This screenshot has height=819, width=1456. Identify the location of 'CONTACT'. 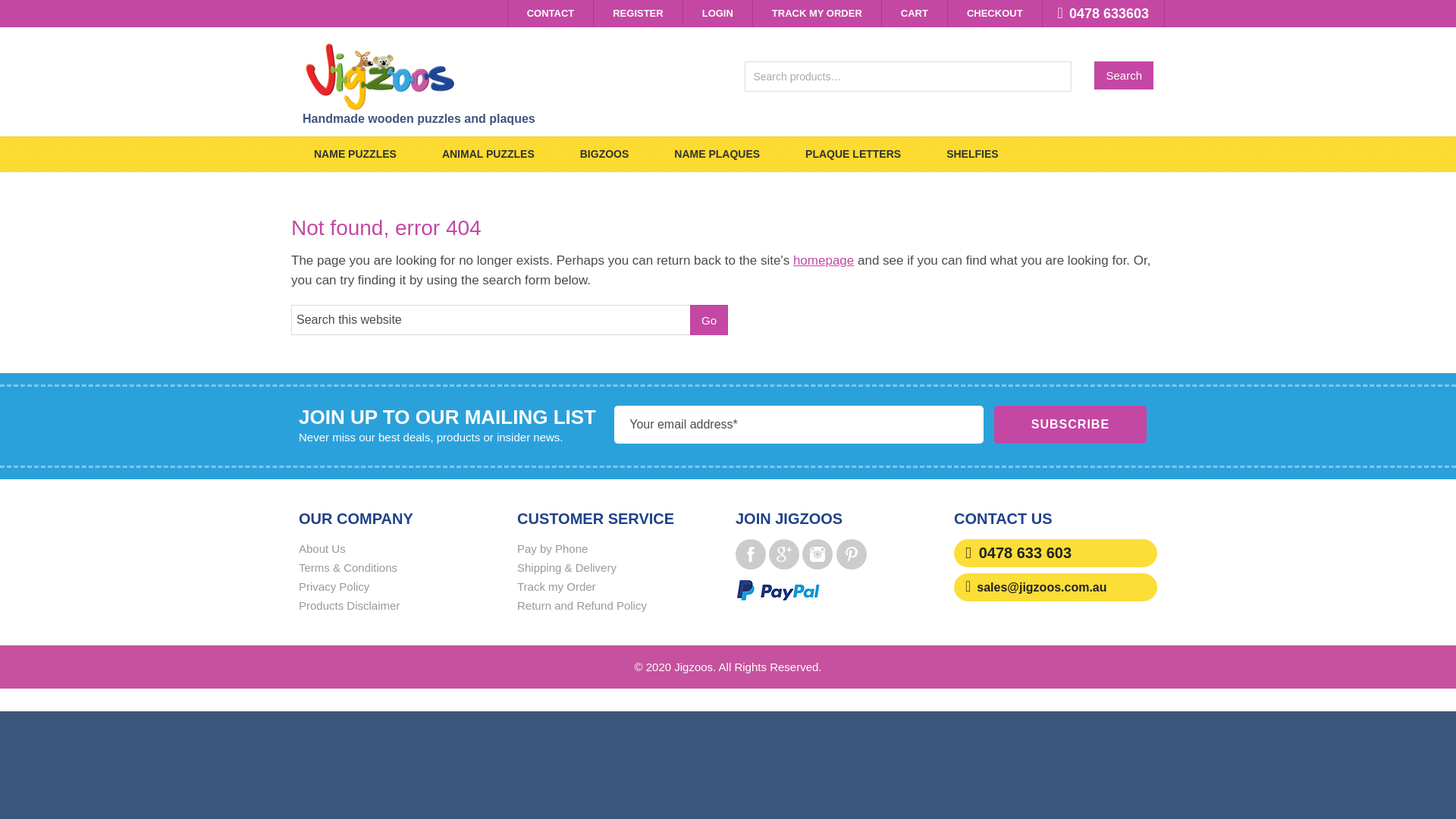
(550, 13).